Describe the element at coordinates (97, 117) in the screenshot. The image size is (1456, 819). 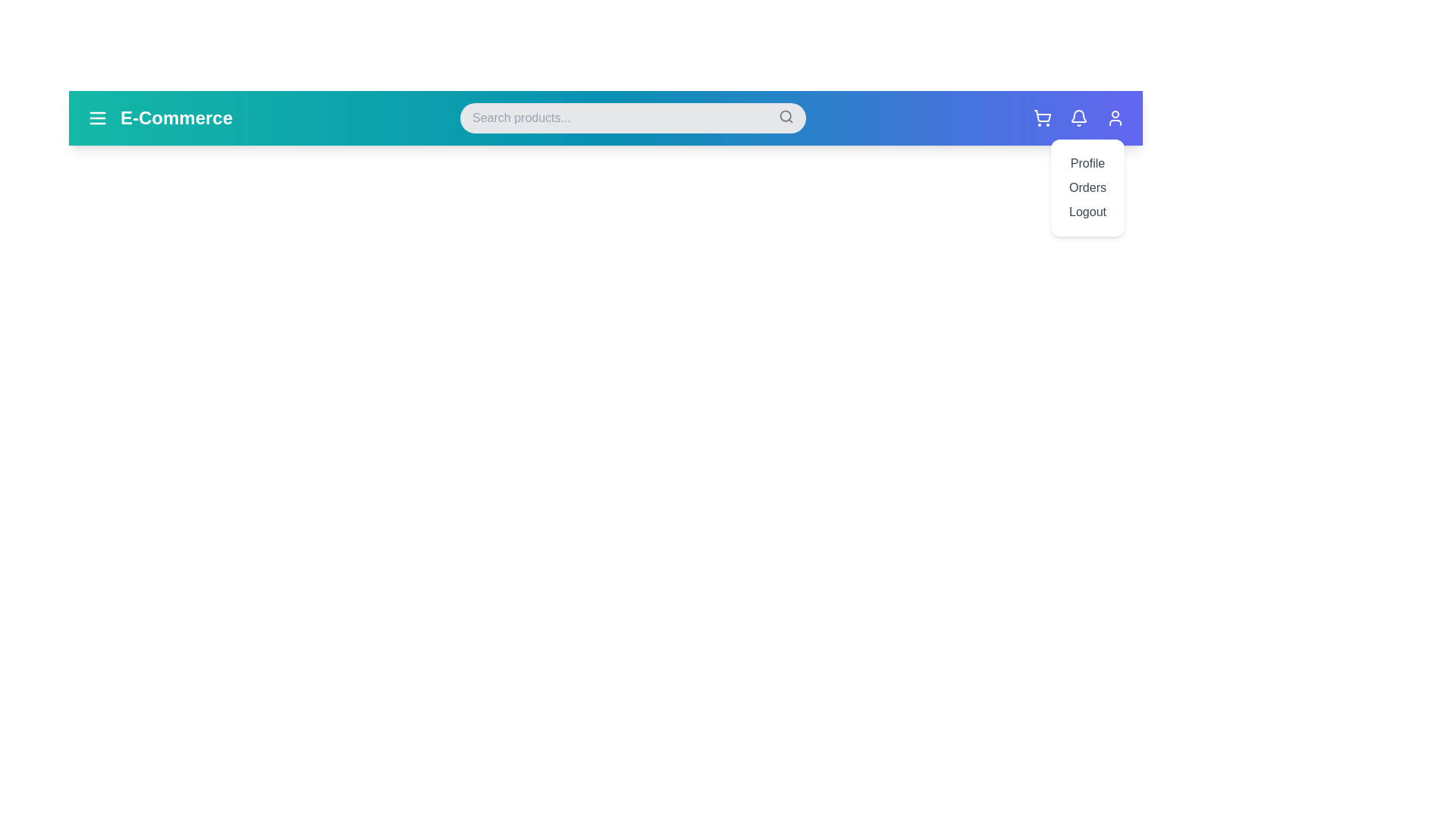
I see `the navigation menu icon to toggle the menu` at that location.